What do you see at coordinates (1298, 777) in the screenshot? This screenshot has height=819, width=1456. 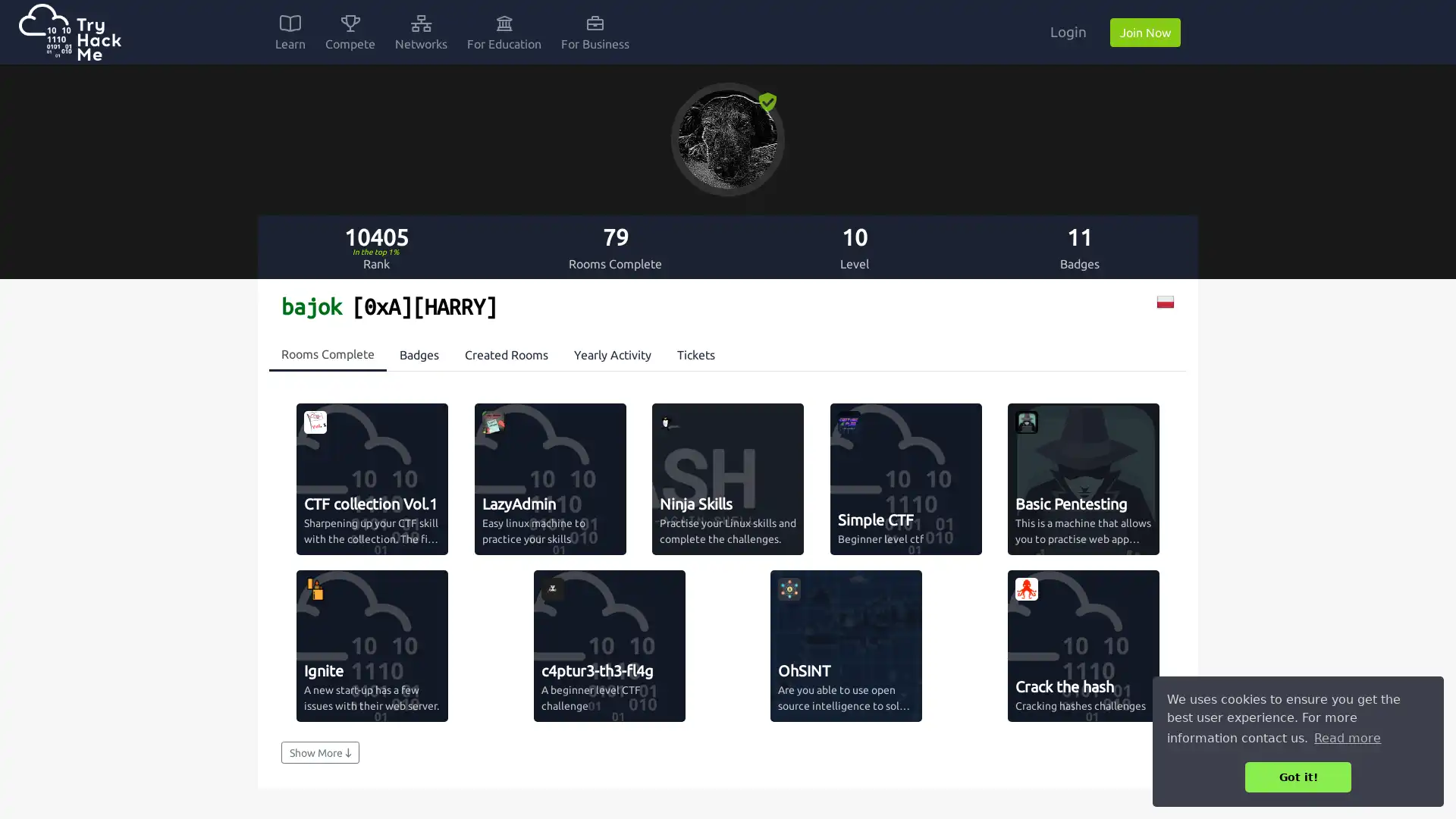 I see `dismiss cookie message` at bounding box center [1298, 777].